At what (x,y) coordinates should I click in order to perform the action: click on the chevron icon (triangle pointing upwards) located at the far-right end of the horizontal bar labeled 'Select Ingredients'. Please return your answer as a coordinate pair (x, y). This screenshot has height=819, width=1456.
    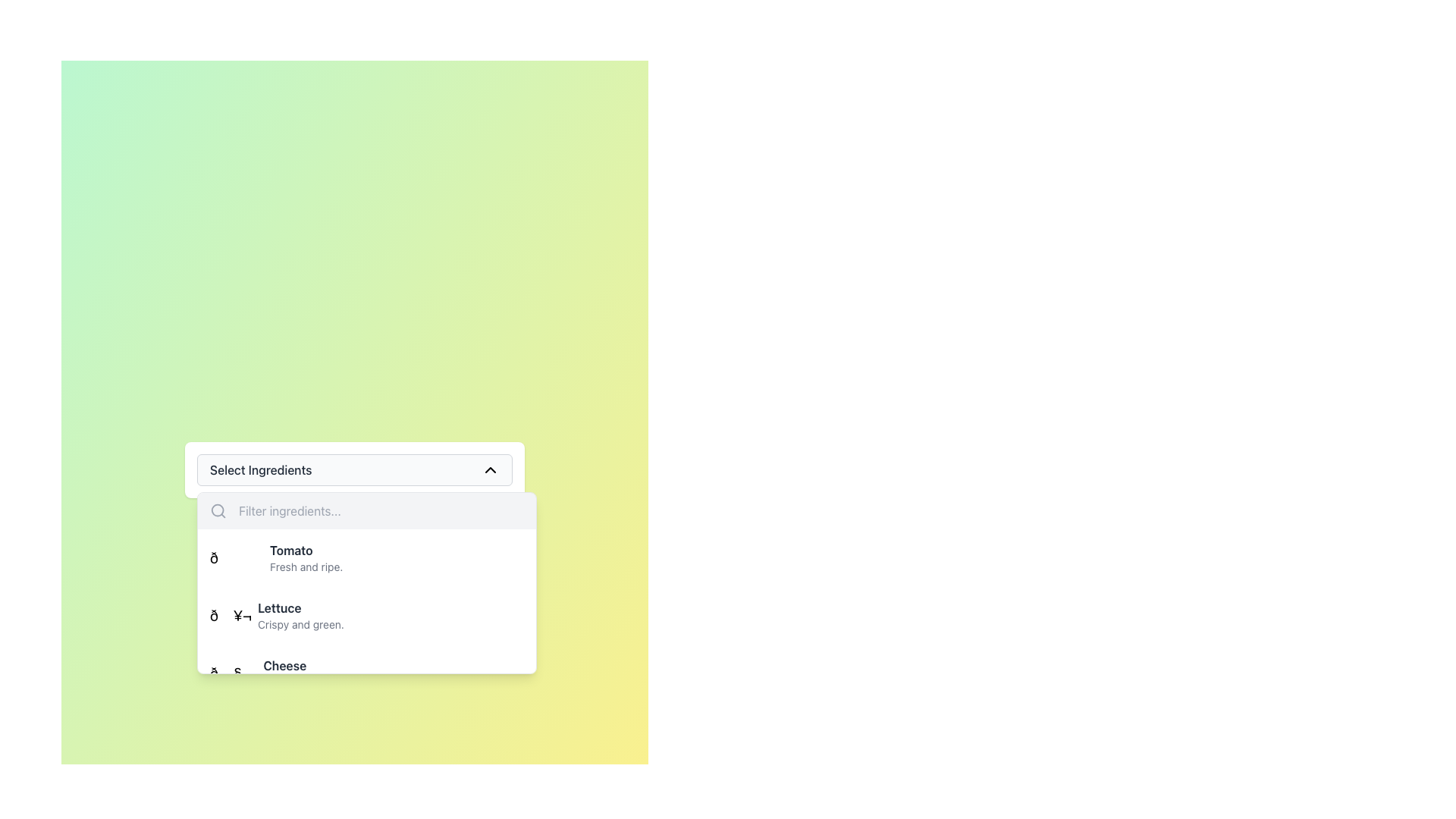
    Looking at the image, I should click on (491, 469).